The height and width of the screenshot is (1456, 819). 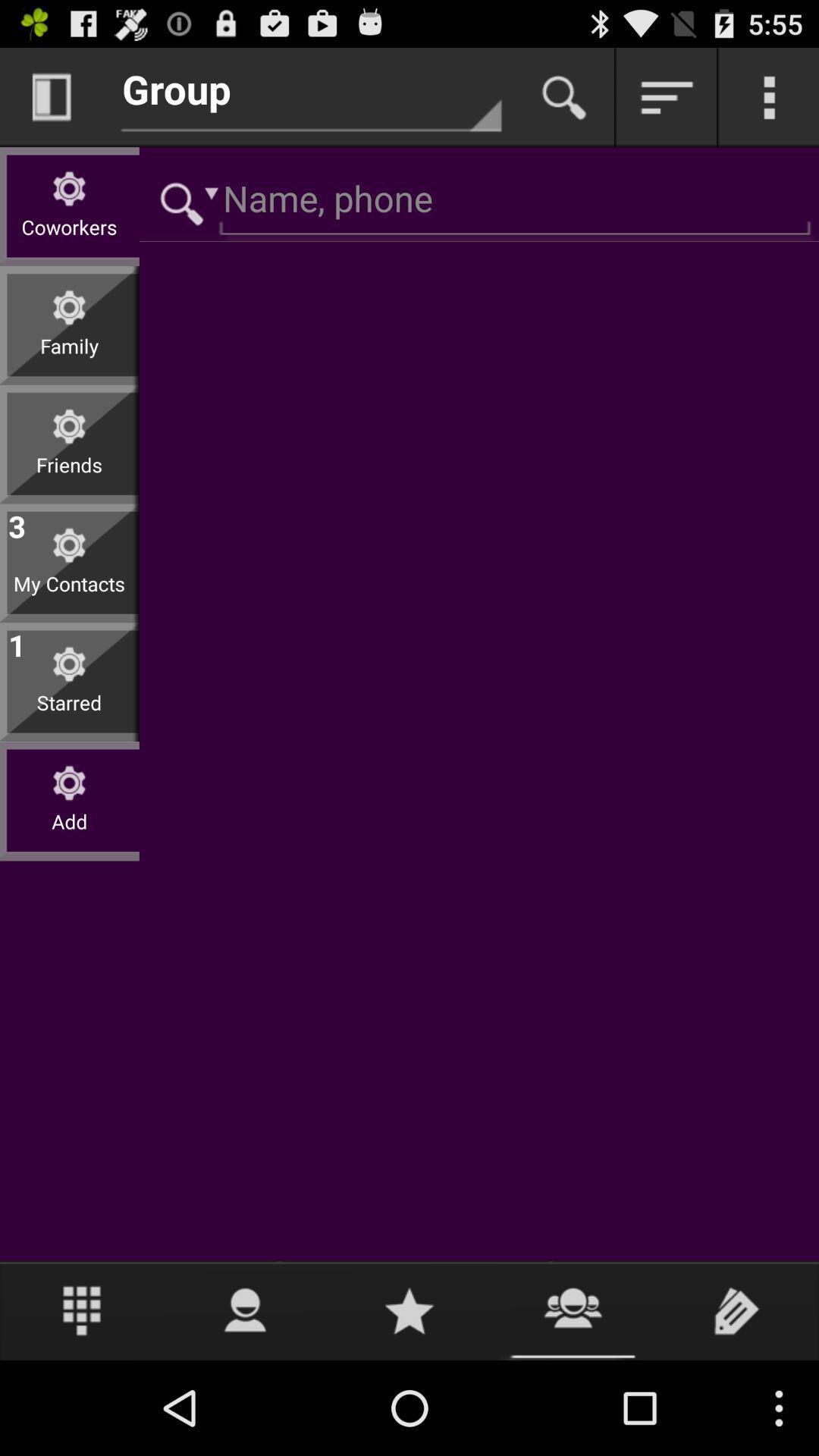 What do you see at coordinates (769, 96) in the screenshot?
I see `main menu` at bounding box center [769, 96].